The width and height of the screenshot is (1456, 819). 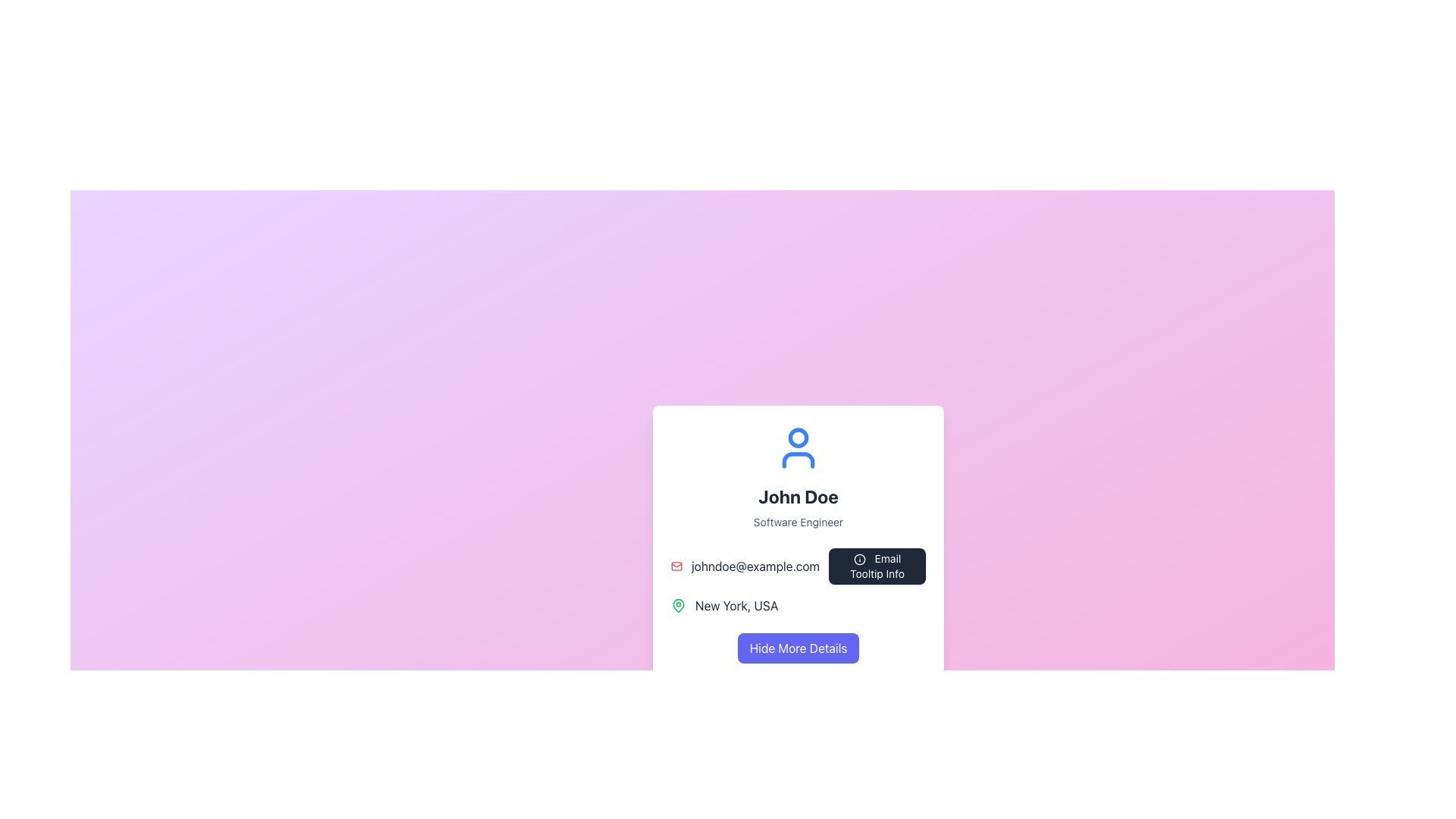 What do you see at coordinates (877, 566) in the screenshot?
I see `the button located to the right of the email address 'johndoe@example.com'` at bounding box center [877, 566].